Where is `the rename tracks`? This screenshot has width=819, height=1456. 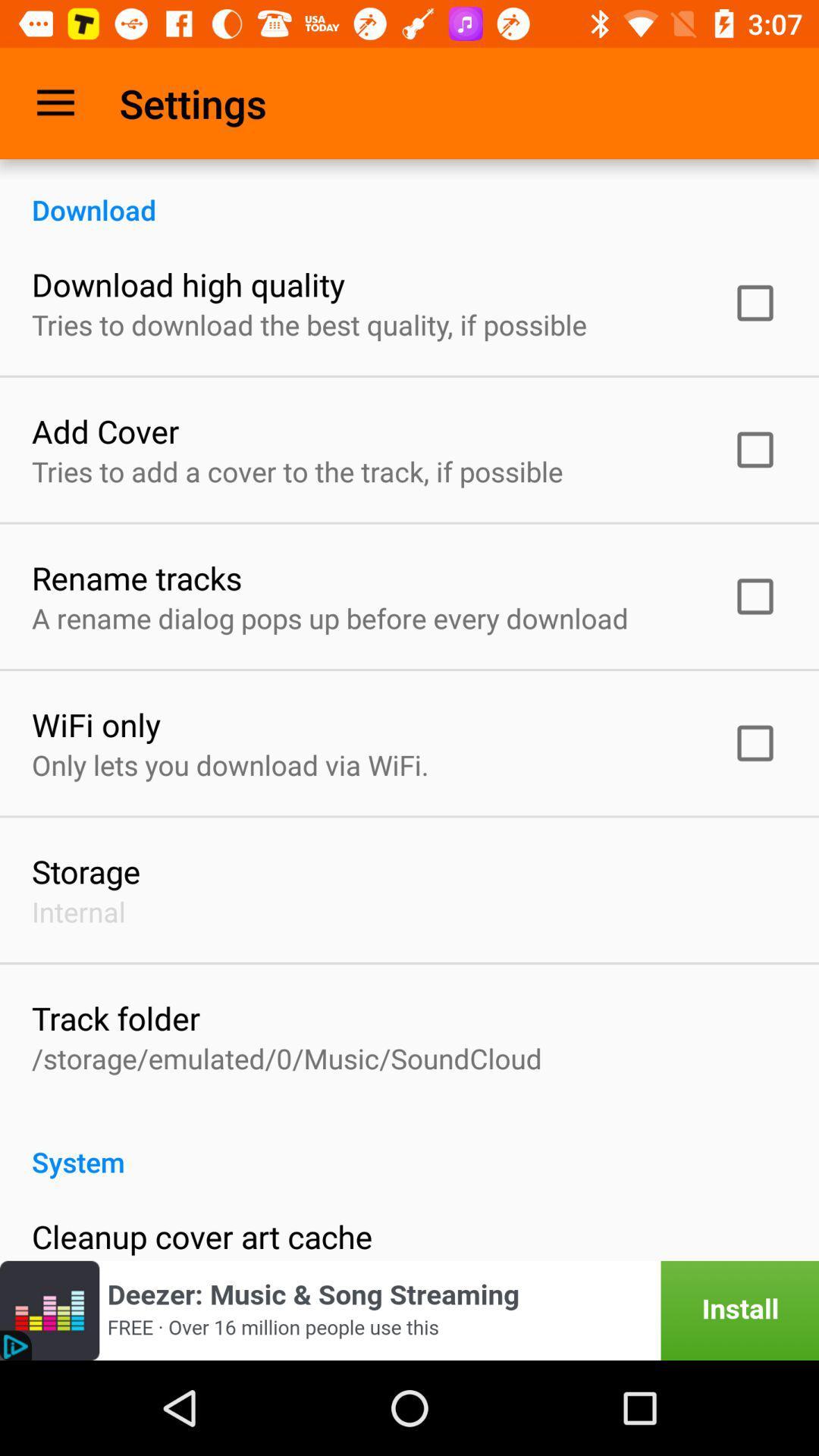
the rename tracks is located at coordinates (136, 577).